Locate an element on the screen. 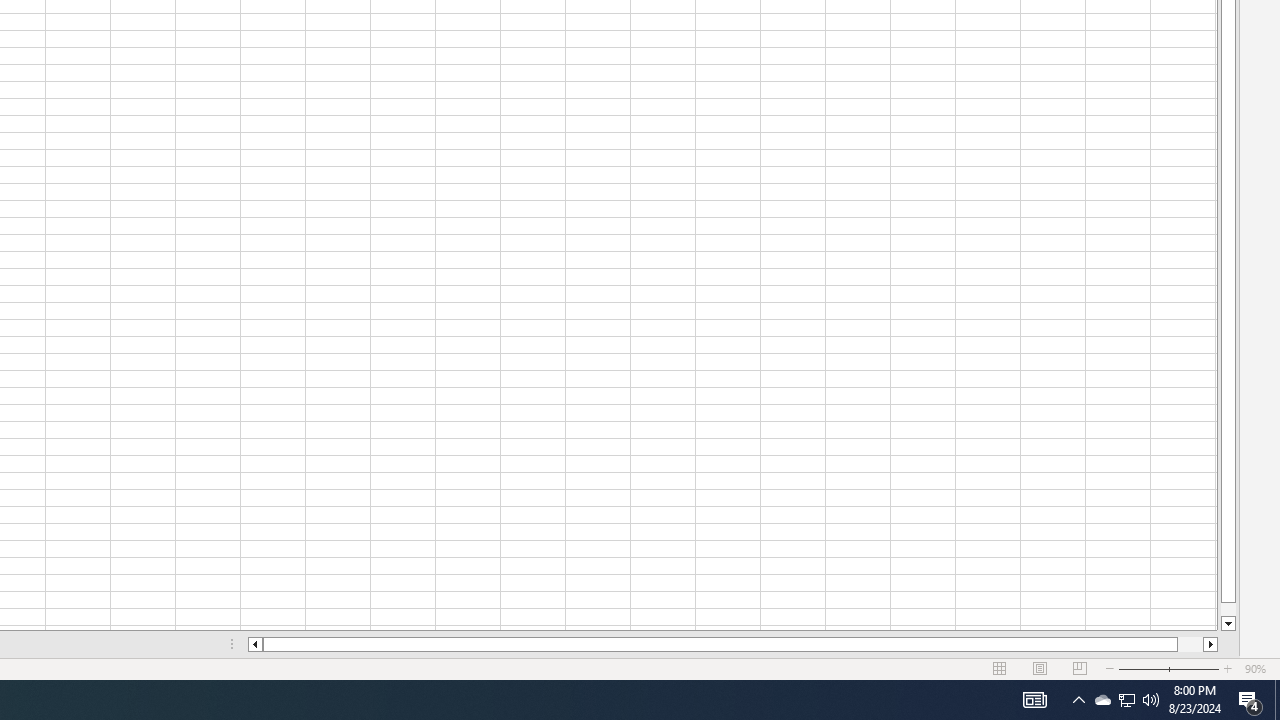 This screenshot has height=720, width=1280. 'Page Break Preview' is located at coordinates (1078, 669).